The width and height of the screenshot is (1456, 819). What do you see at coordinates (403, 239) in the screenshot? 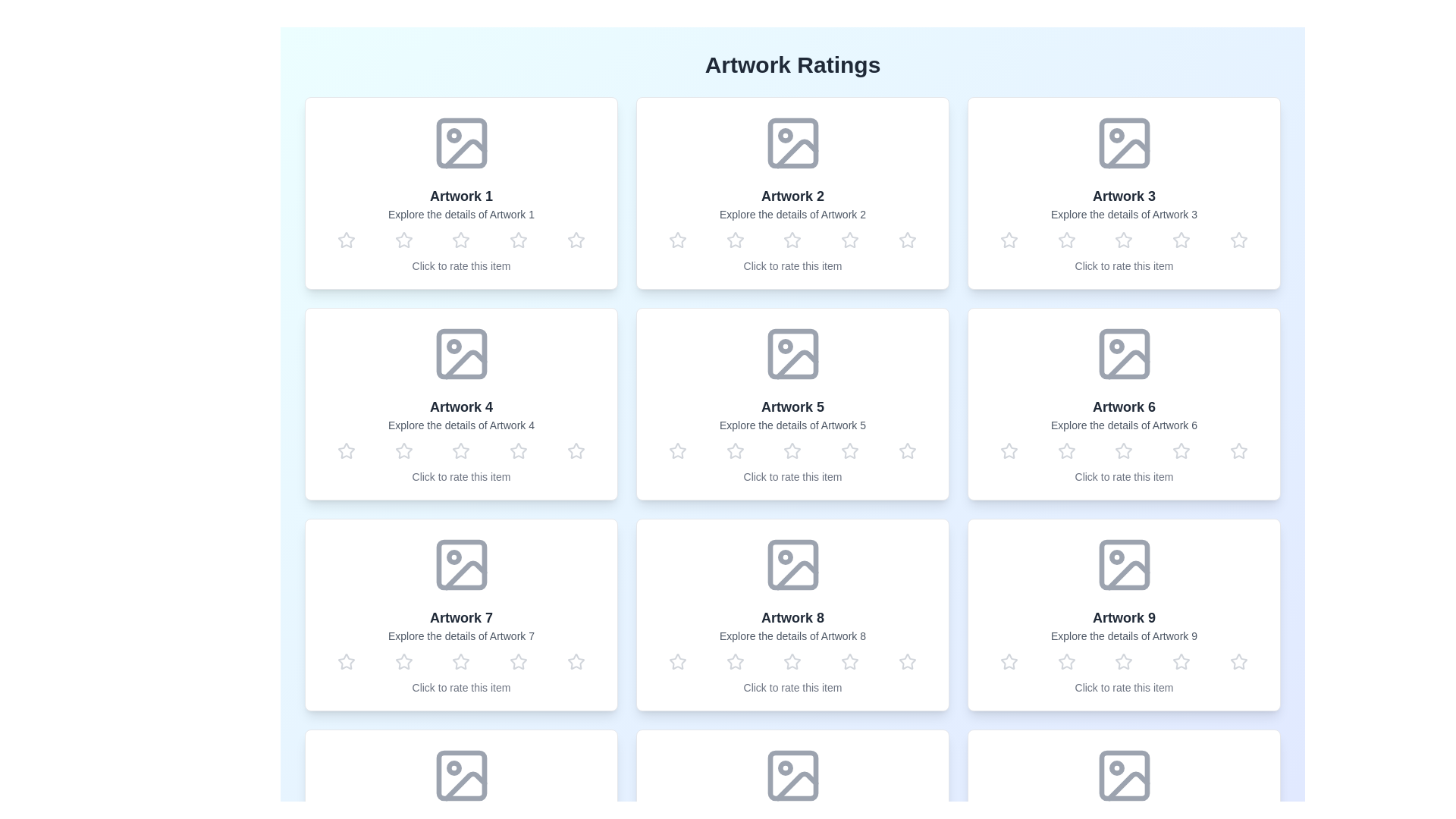
I see `the rating of an artwork to 2 stars by clicking on the corresponding star in the artwork's card` at bounding box center [403, 239].